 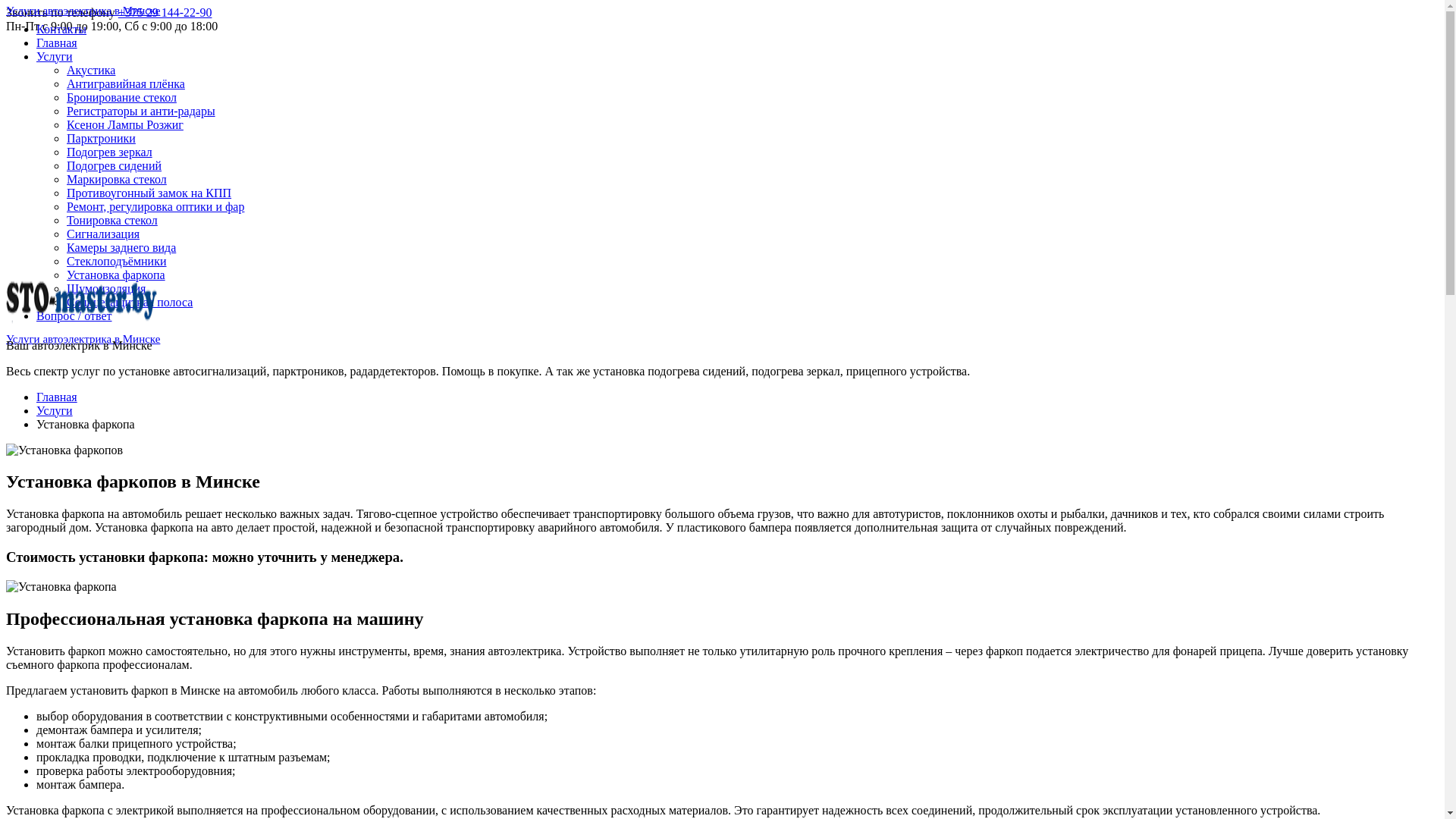 I want to click on '+375 29 144-22-90', so click(x=165, y=12).